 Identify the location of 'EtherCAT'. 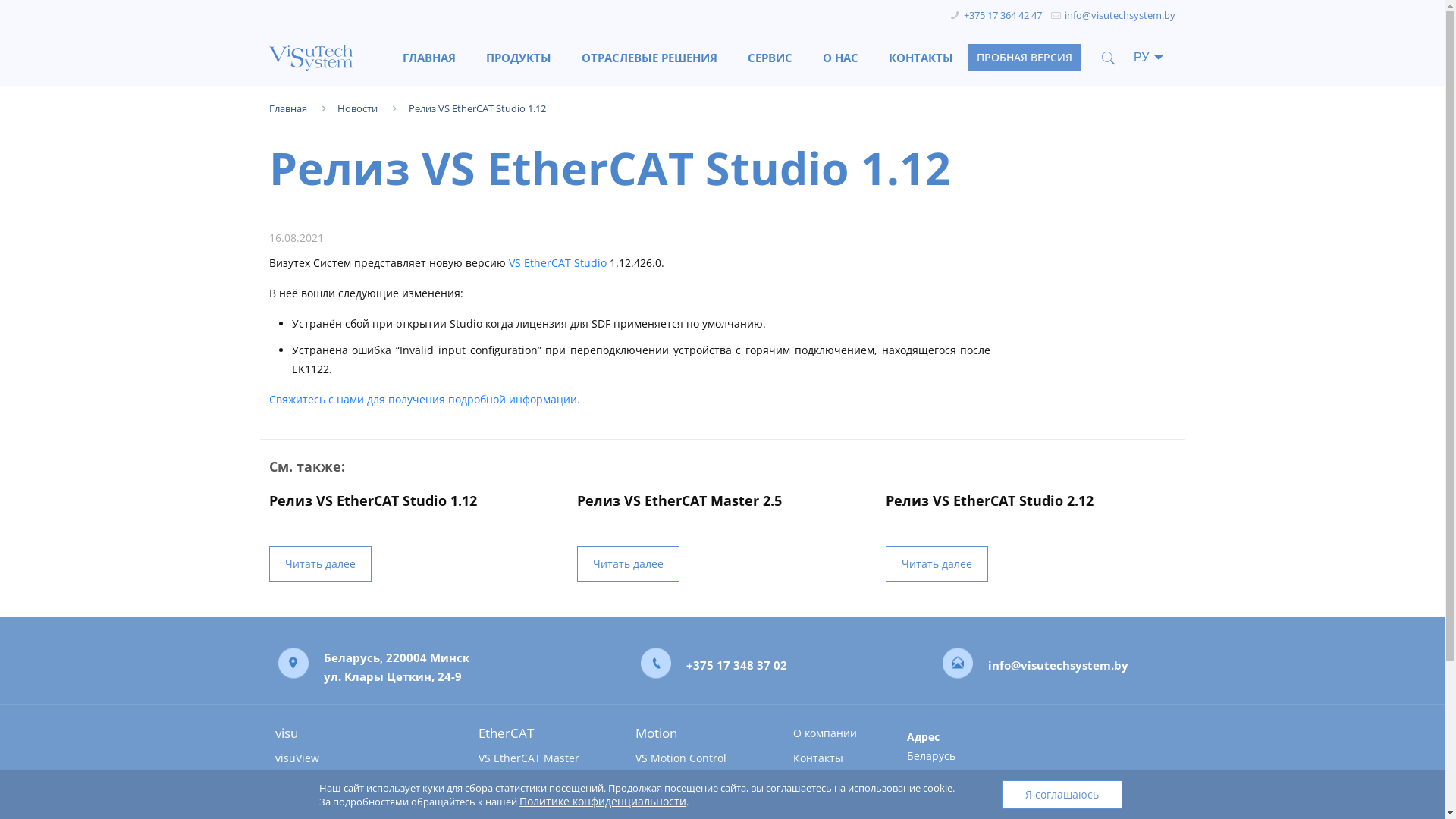
(475, 732).